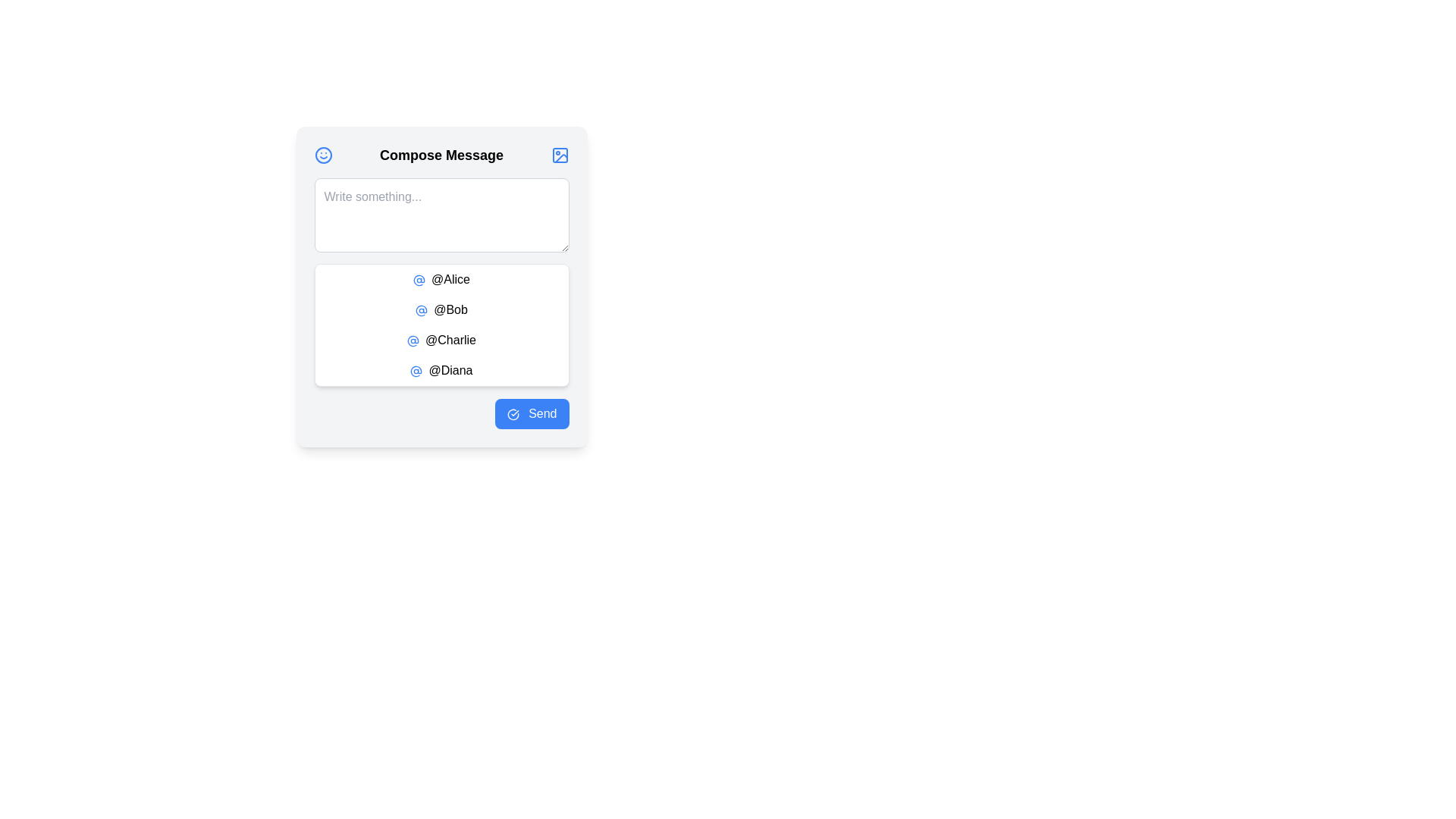  Describe the element at coordinates (413, 340) in the screenshot. I see `the small circular blue '@' icon located to the left of the text '@Charlie' in the user mention picker interface` at that location.